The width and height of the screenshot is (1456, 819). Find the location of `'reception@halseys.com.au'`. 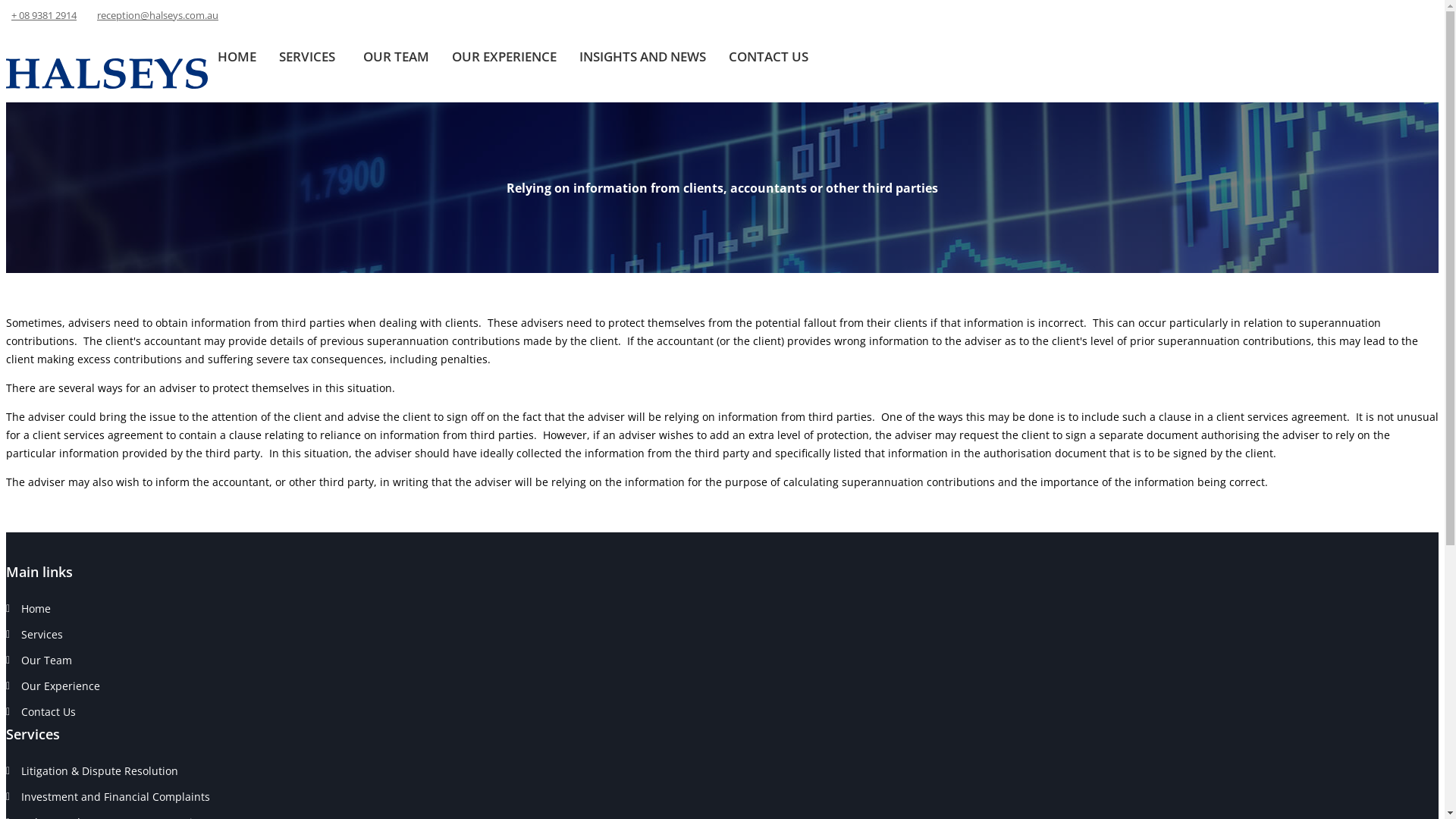

'reception@halseys.com.au' is located at coordinates (157, 14).